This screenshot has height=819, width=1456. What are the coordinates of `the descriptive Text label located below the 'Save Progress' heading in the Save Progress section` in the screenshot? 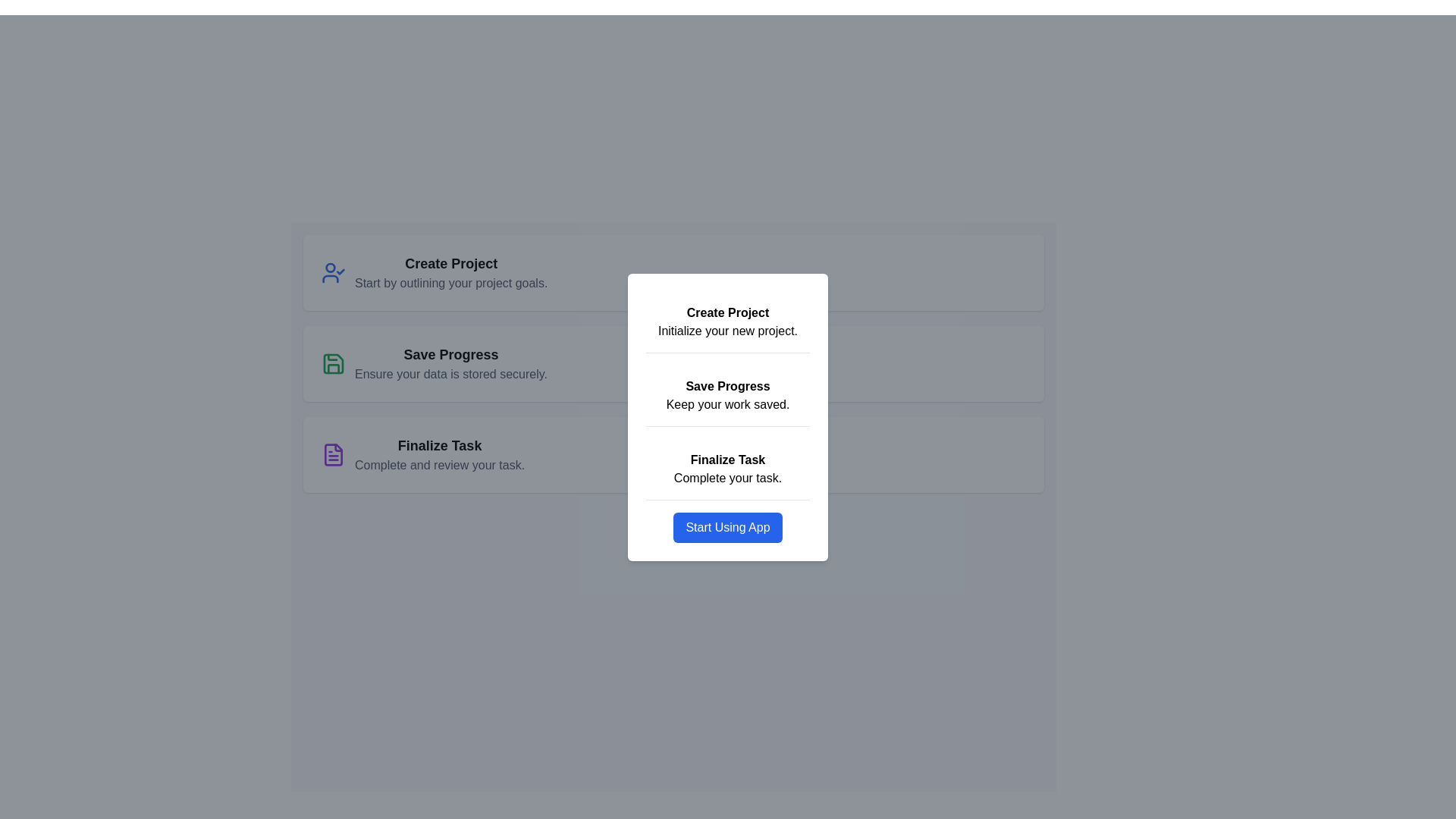 It's located at (728, 403).